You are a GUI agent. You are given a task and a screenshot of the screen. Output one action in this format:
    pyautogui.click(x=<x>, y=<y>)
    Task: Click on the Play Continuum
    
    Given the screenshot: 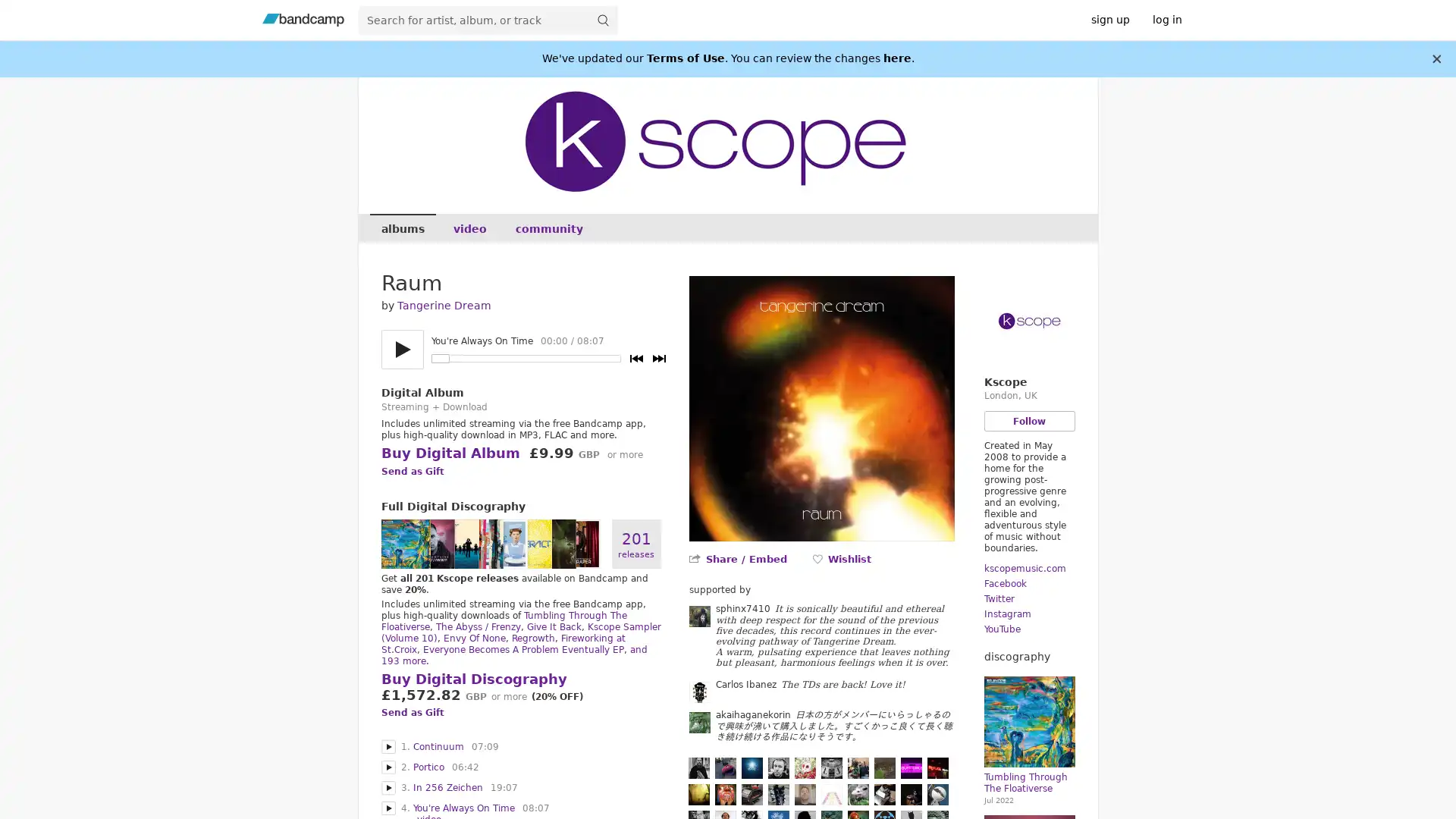 What is the action you would take?
    pyautogui.click(x=388, y=745)
    